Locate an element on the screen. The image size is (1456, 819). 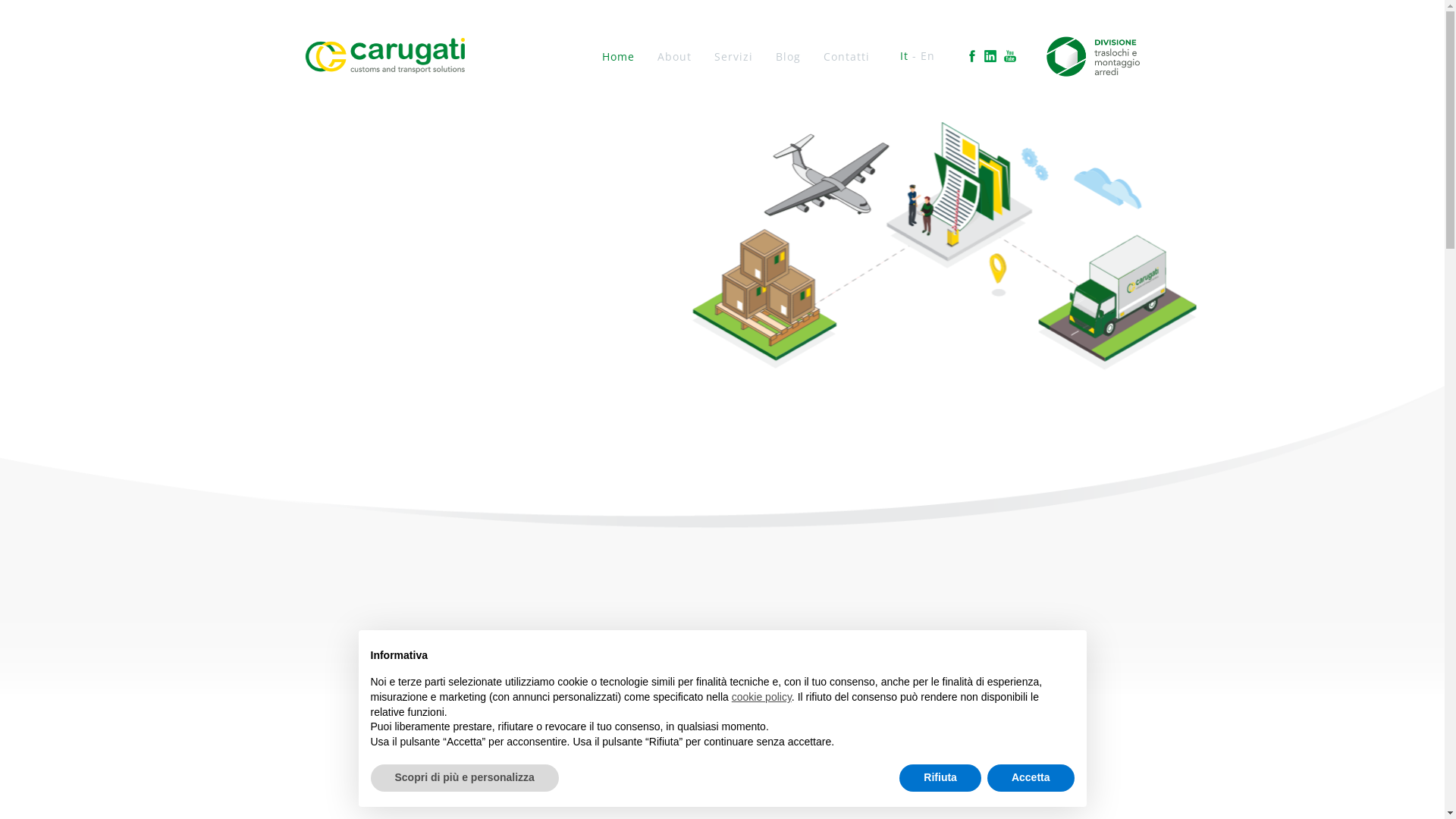
'En' is located at coordinates (927, 55).